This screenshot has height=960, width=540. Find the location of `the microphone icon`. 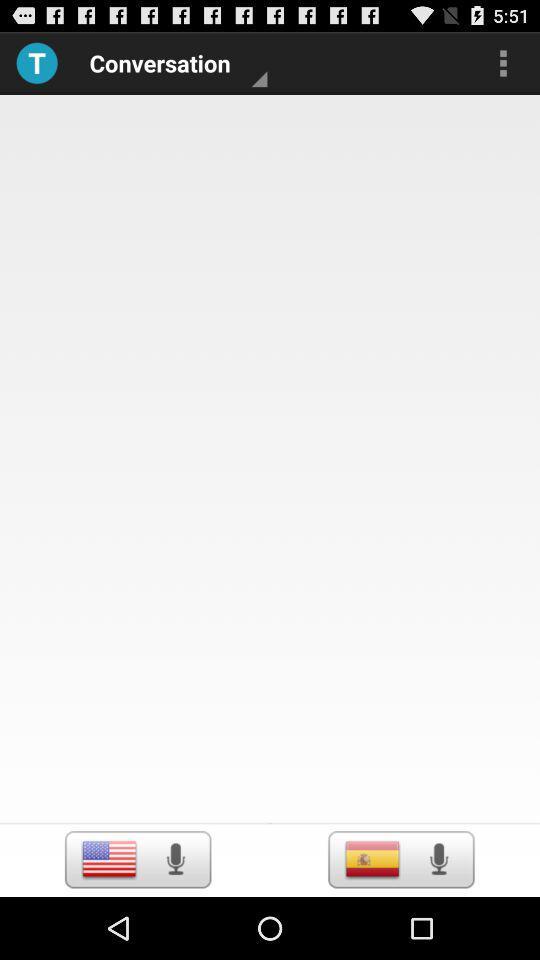

the microphone icon is located at coordinates (175, 920).